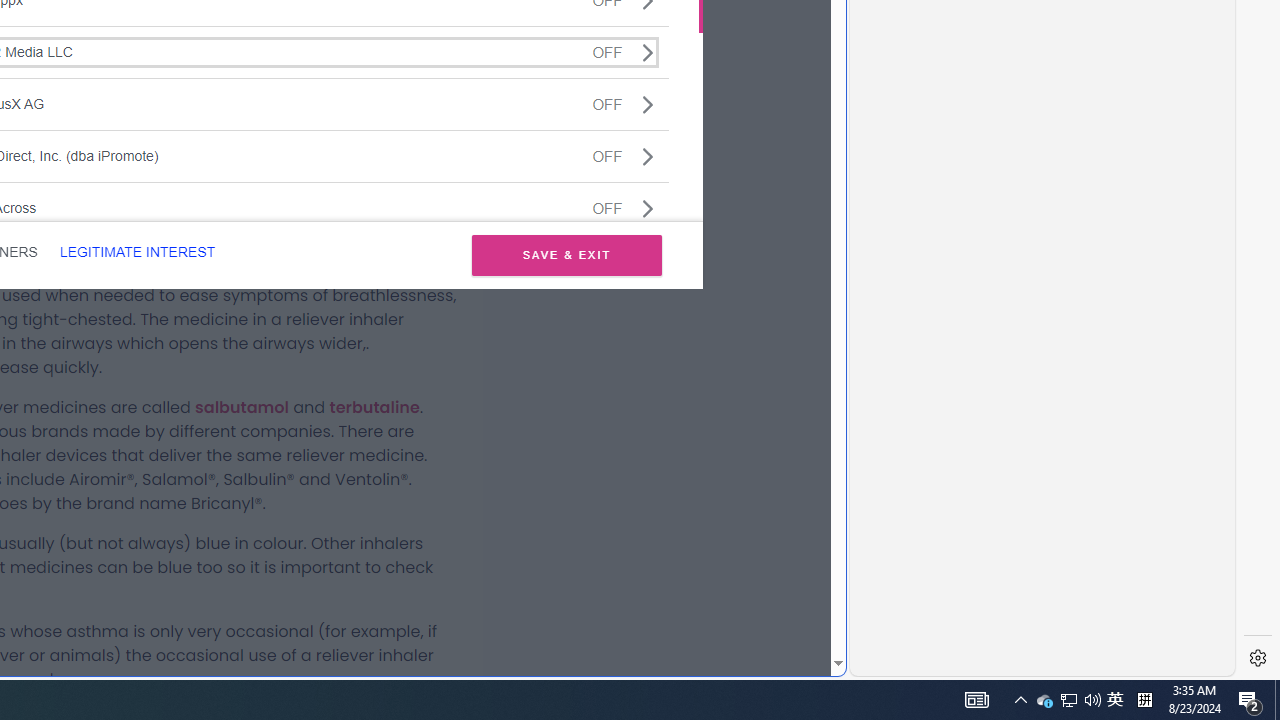 This screenshot has width=1280, height=720. What do you see at coordinates (648, 208) in the screenshot?
I see `'Class: css-jswnc6'` at bounding box center [648, 208].